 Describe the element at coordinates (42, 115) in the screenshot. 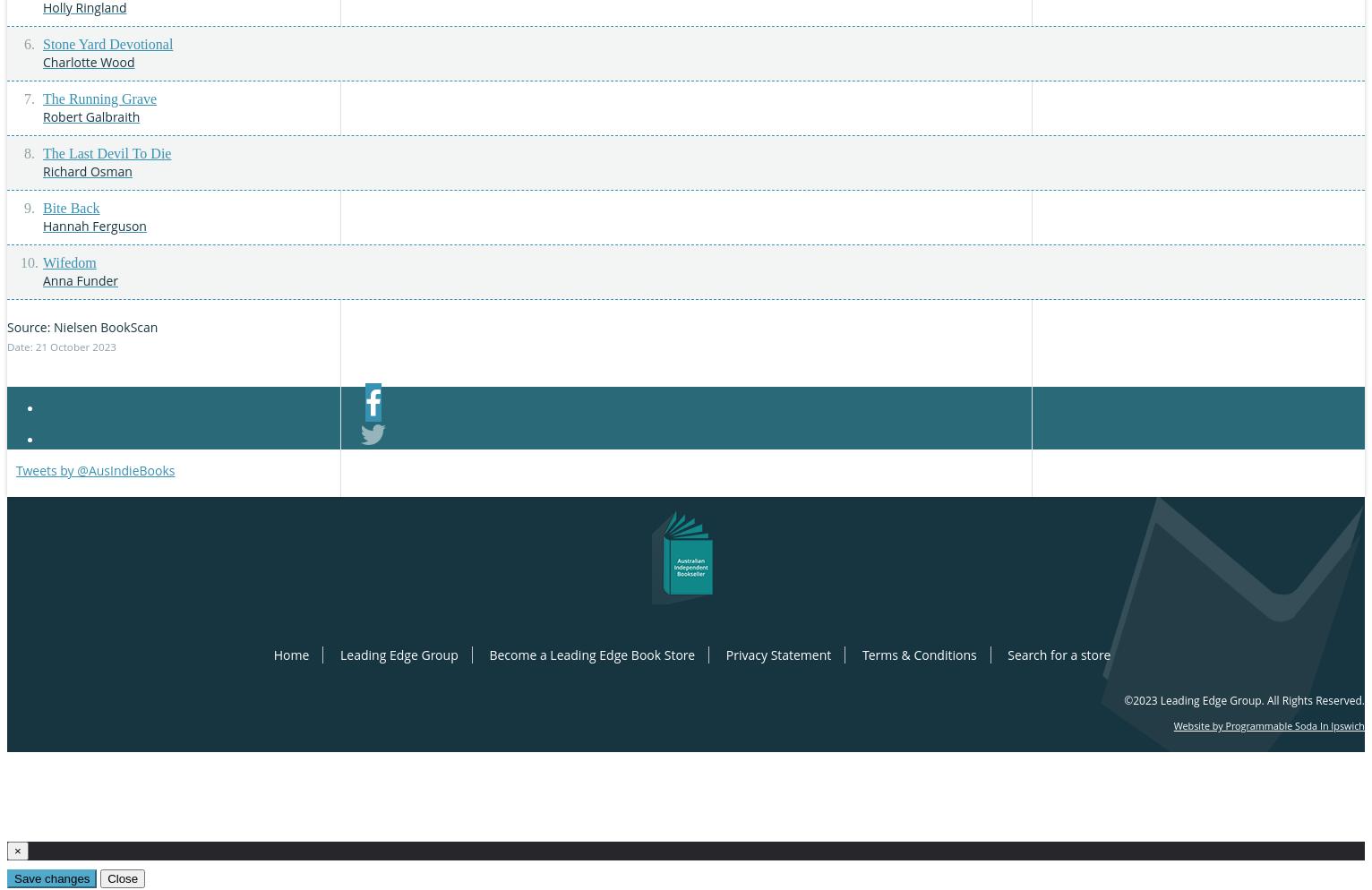

I see `'Robert Galbraith'` at that location.